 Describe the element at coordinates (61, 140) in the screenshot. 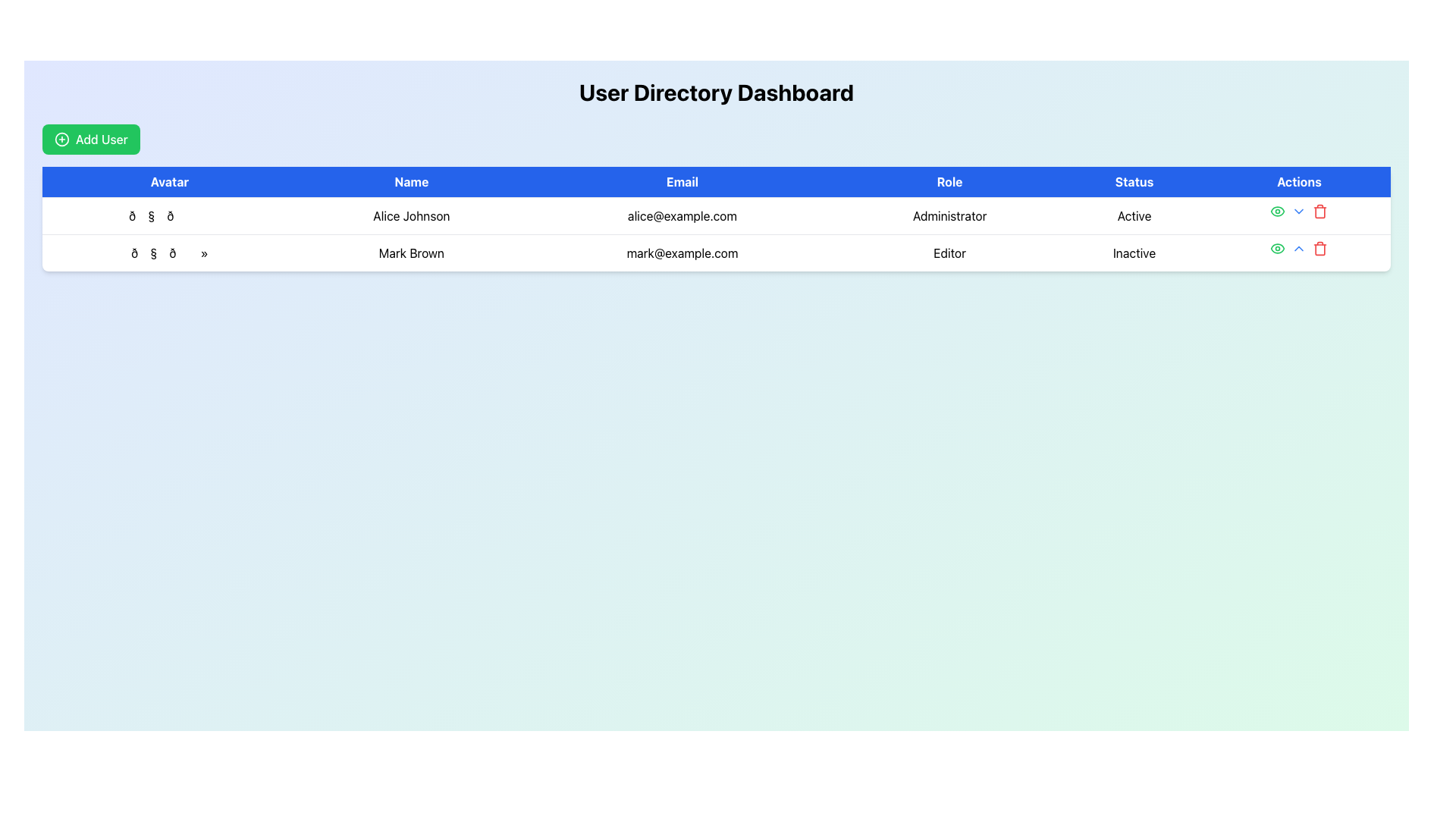

I see `the circular icon with a plus sign located within the green rectangular button labeled 'Add User' at the top left of the page` at that location.